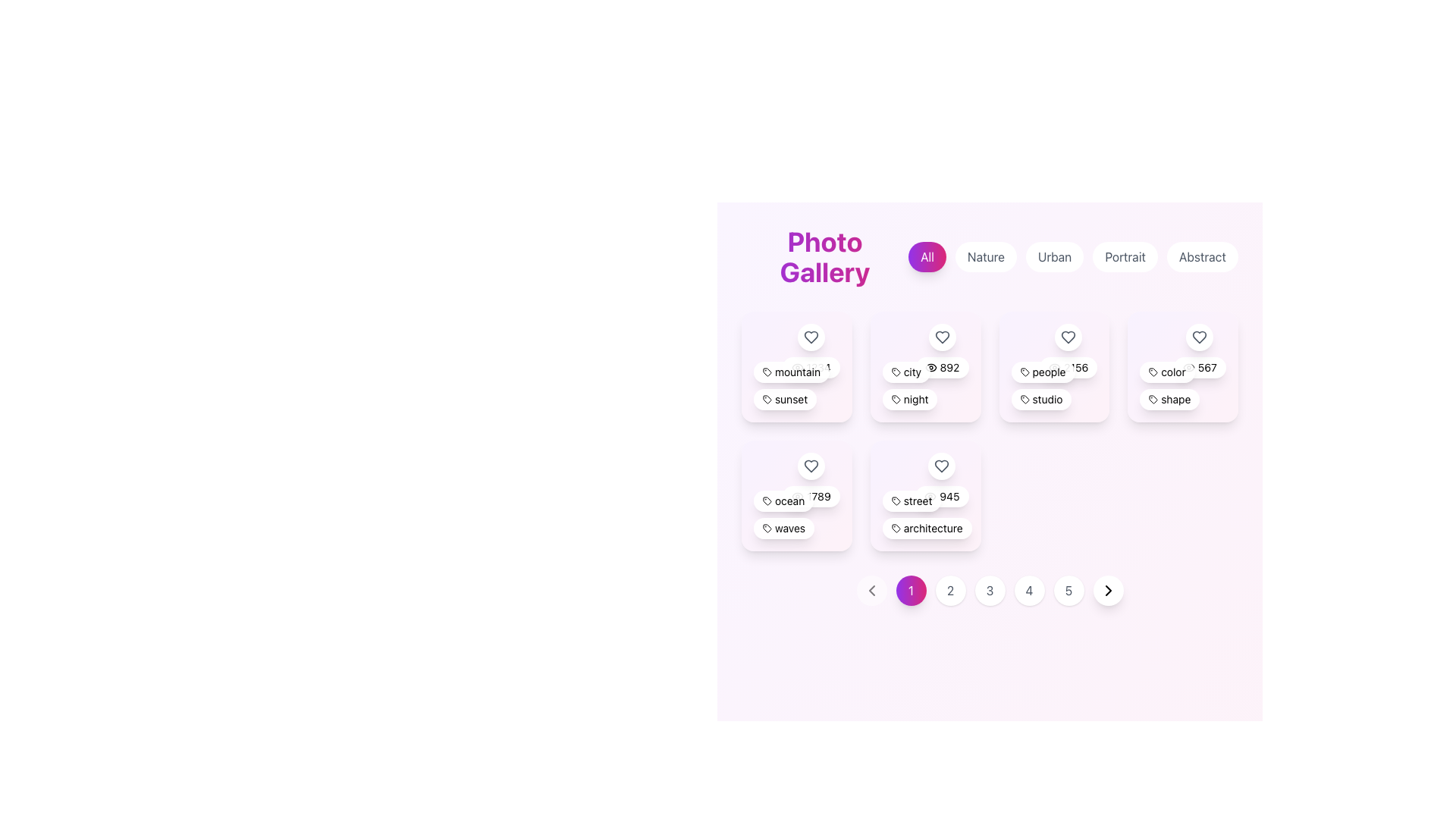 This screenshot has height=819, width=1456. I want to click on the heart icon button located in the top-left card of the grid, which represents the 'mountain' category, so click(810, 336).